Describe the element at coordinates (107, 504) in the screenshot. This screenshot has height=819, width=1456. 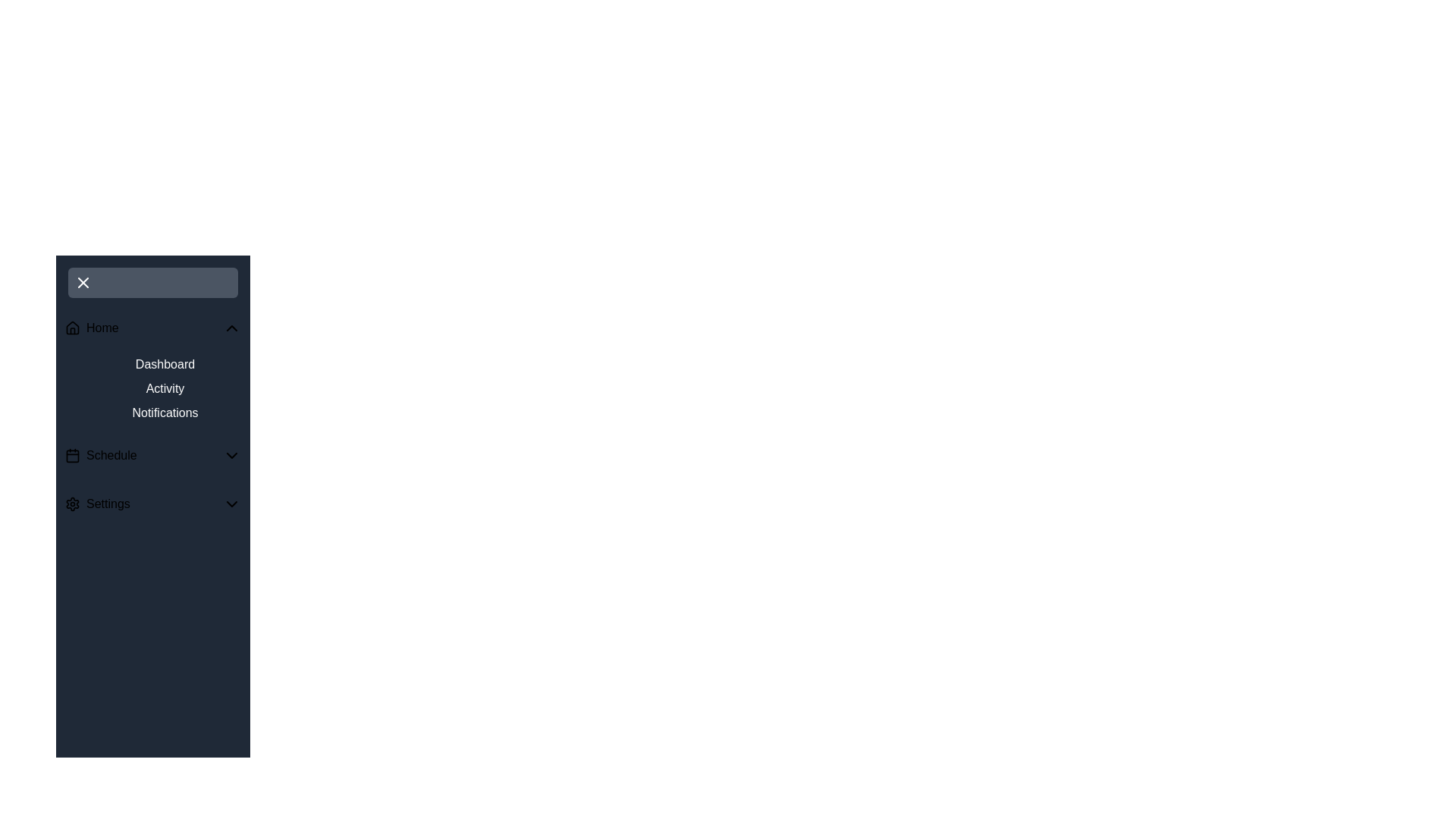
I see `the 'Settings' text label to highlight it, which is` at that location.